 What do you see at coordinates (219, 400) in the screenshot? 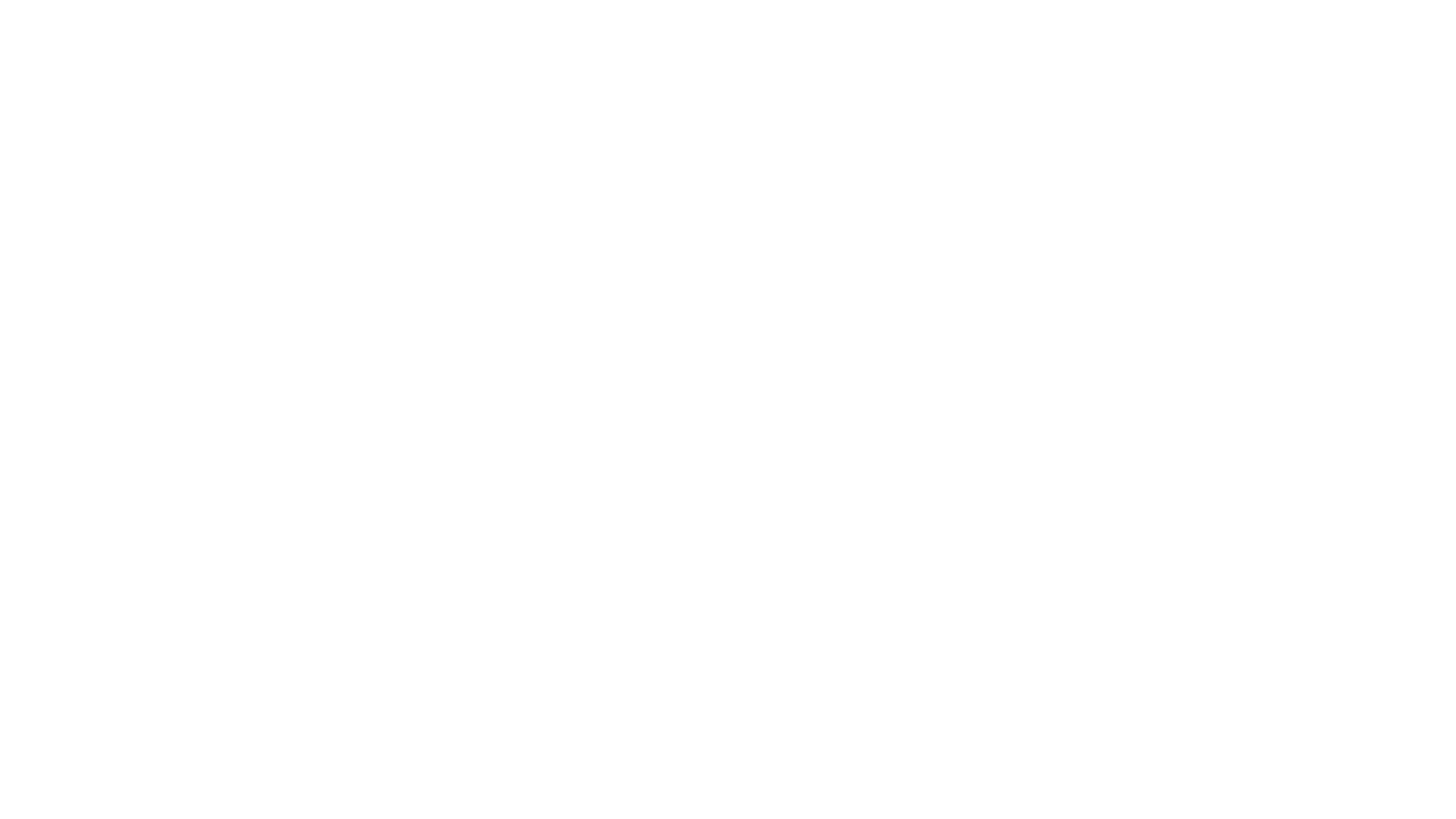
I see `LISTEN & SUBSCRIBE` at bounding box center [219, 400].